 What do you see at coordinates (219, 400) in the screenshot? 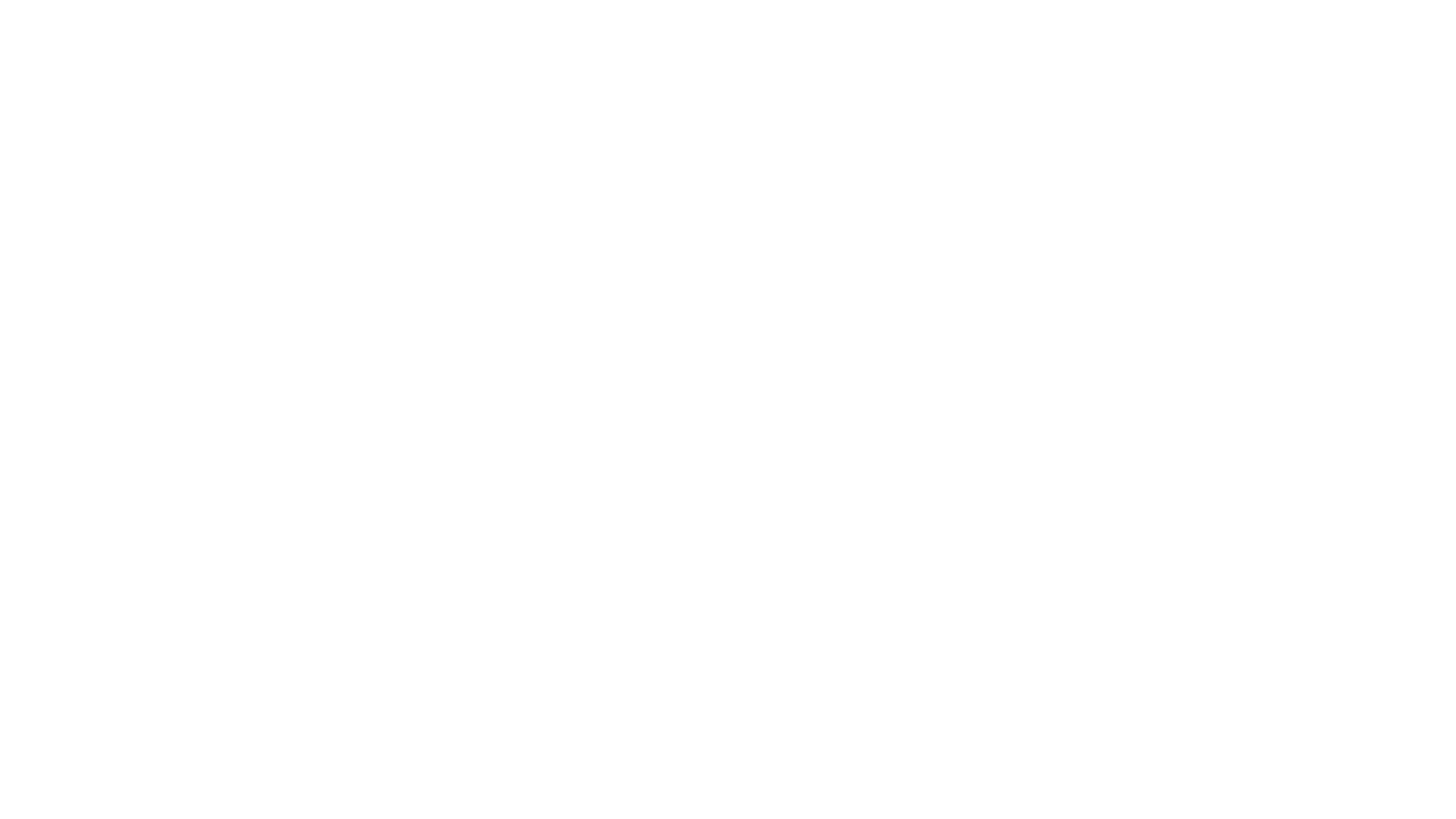
I see `LISTEN & SUBSCRIBE` at bounding box center [219, 400].